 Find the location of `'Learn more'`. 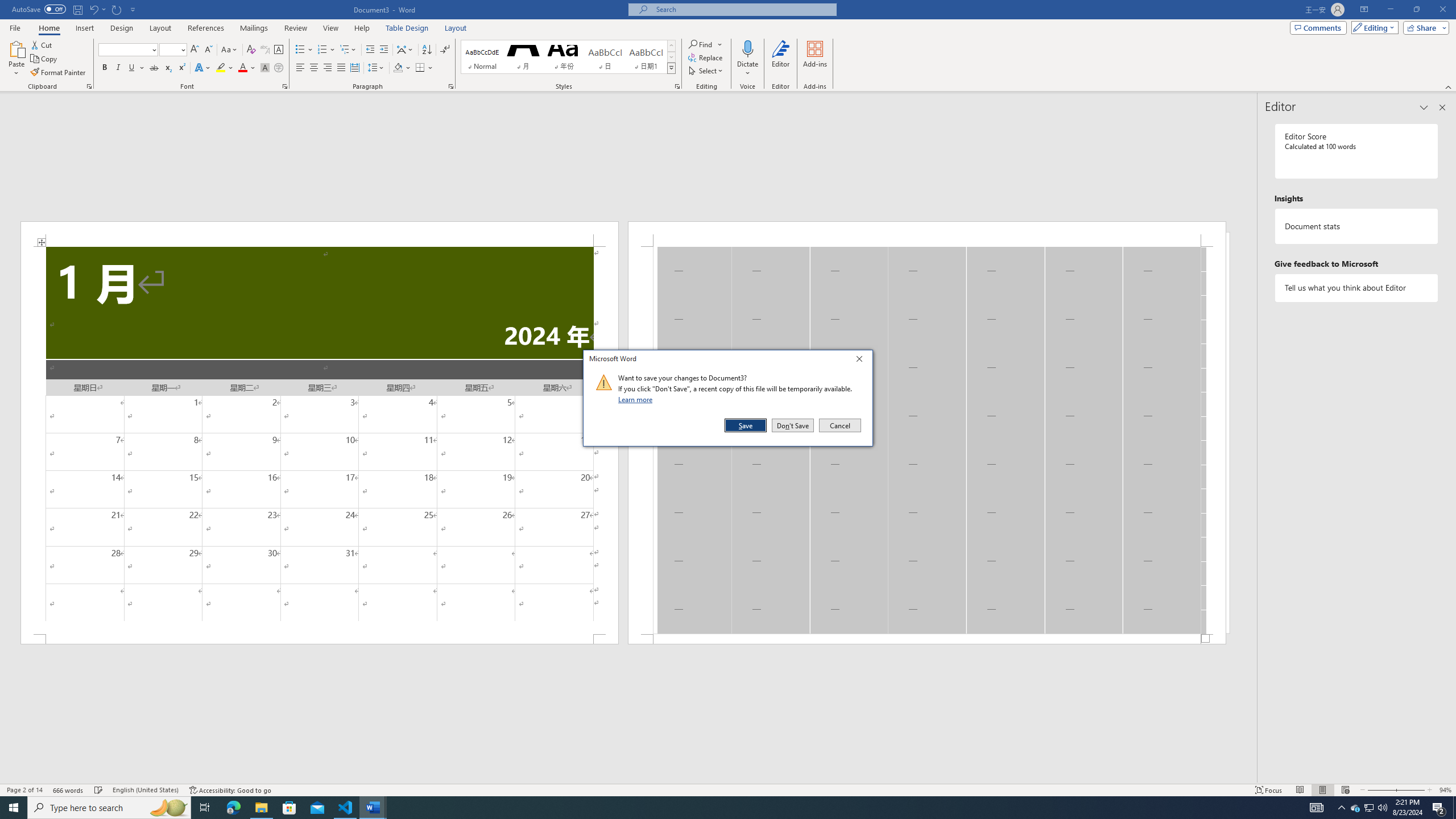

'Learn more' is located at coordinates (637, 399).